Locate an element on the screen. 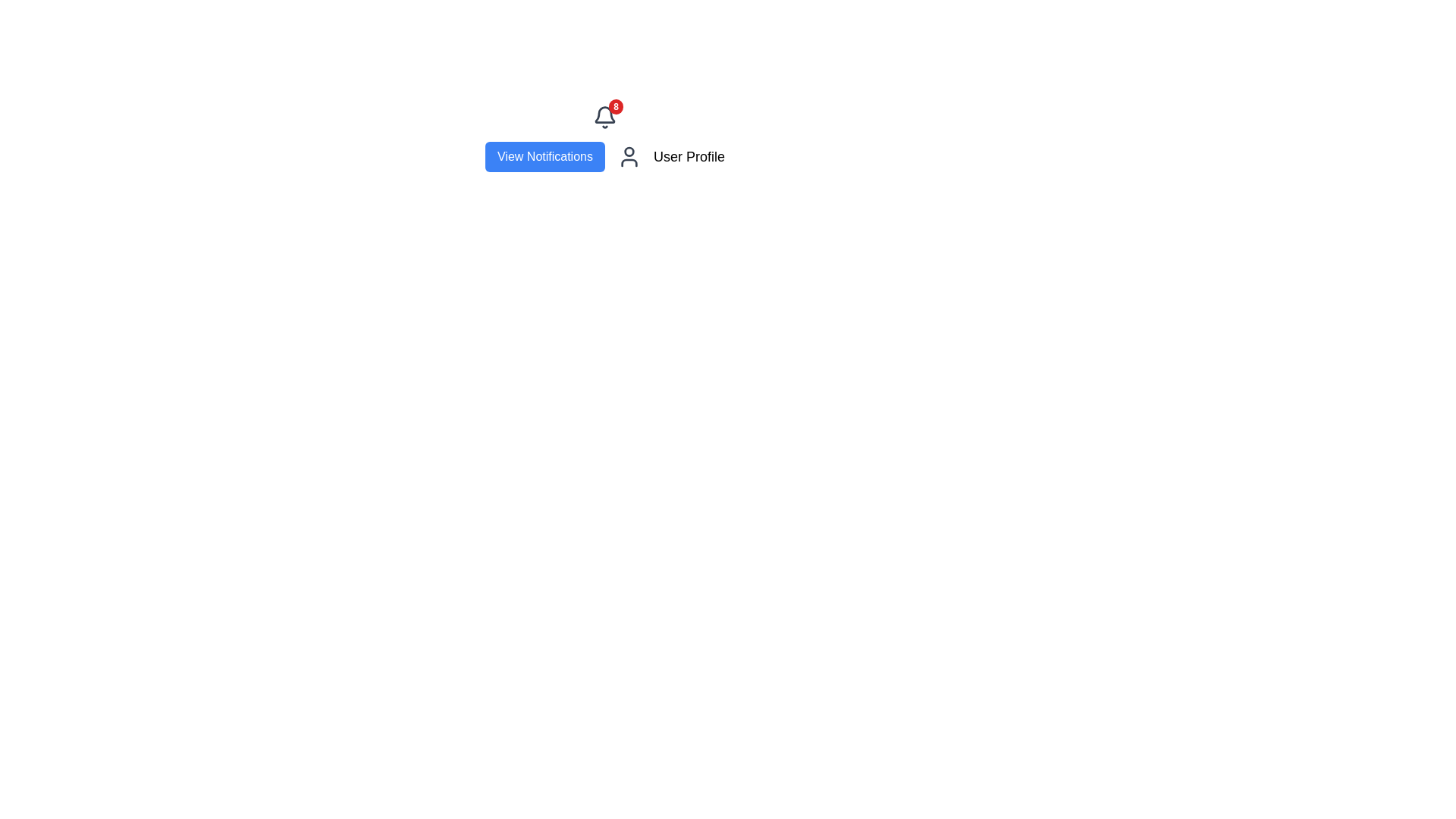 This screenshot has width=1456, height=819. the user profile SVG icon, which is a minimalistic design featuring a circular head and shoulders, positioned between a blue button labeled 'View Notifications' and the label 'User Profile' is located at coordinates (629, 157).